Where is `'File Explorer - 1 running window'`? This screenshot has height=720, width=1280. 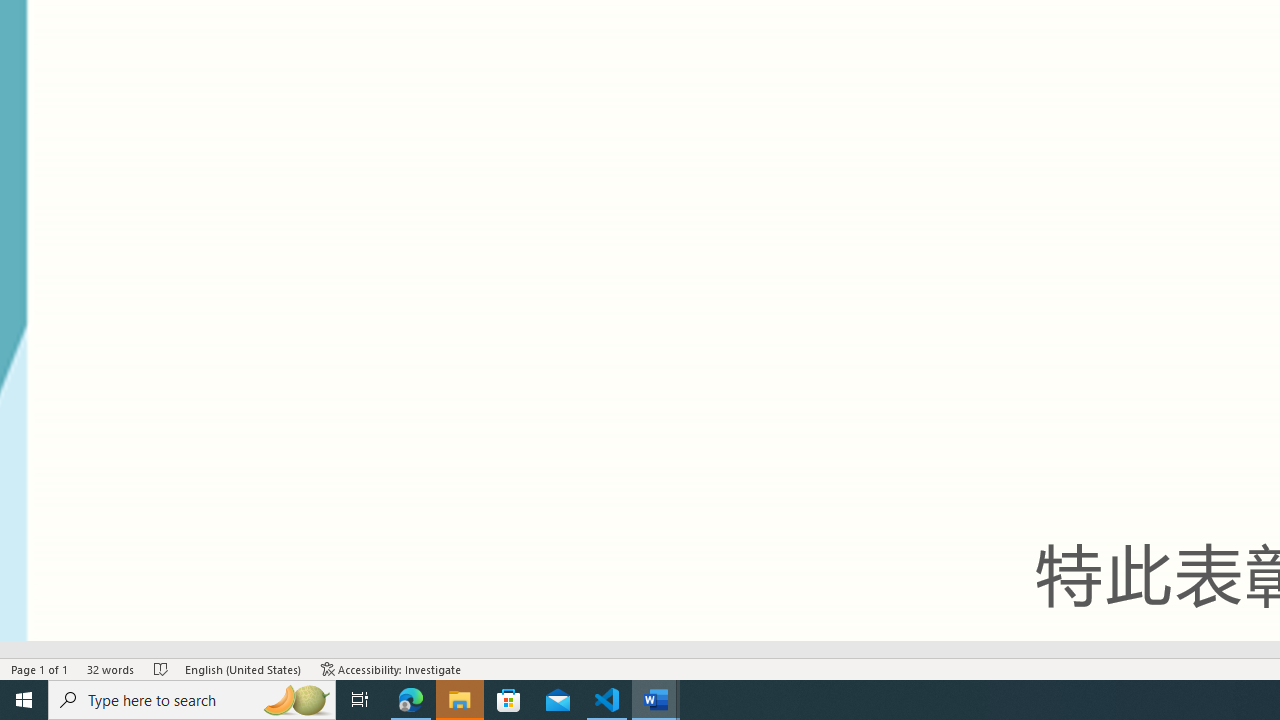
'File Explorer - 1 running window' is located at coordinates (459, 698).